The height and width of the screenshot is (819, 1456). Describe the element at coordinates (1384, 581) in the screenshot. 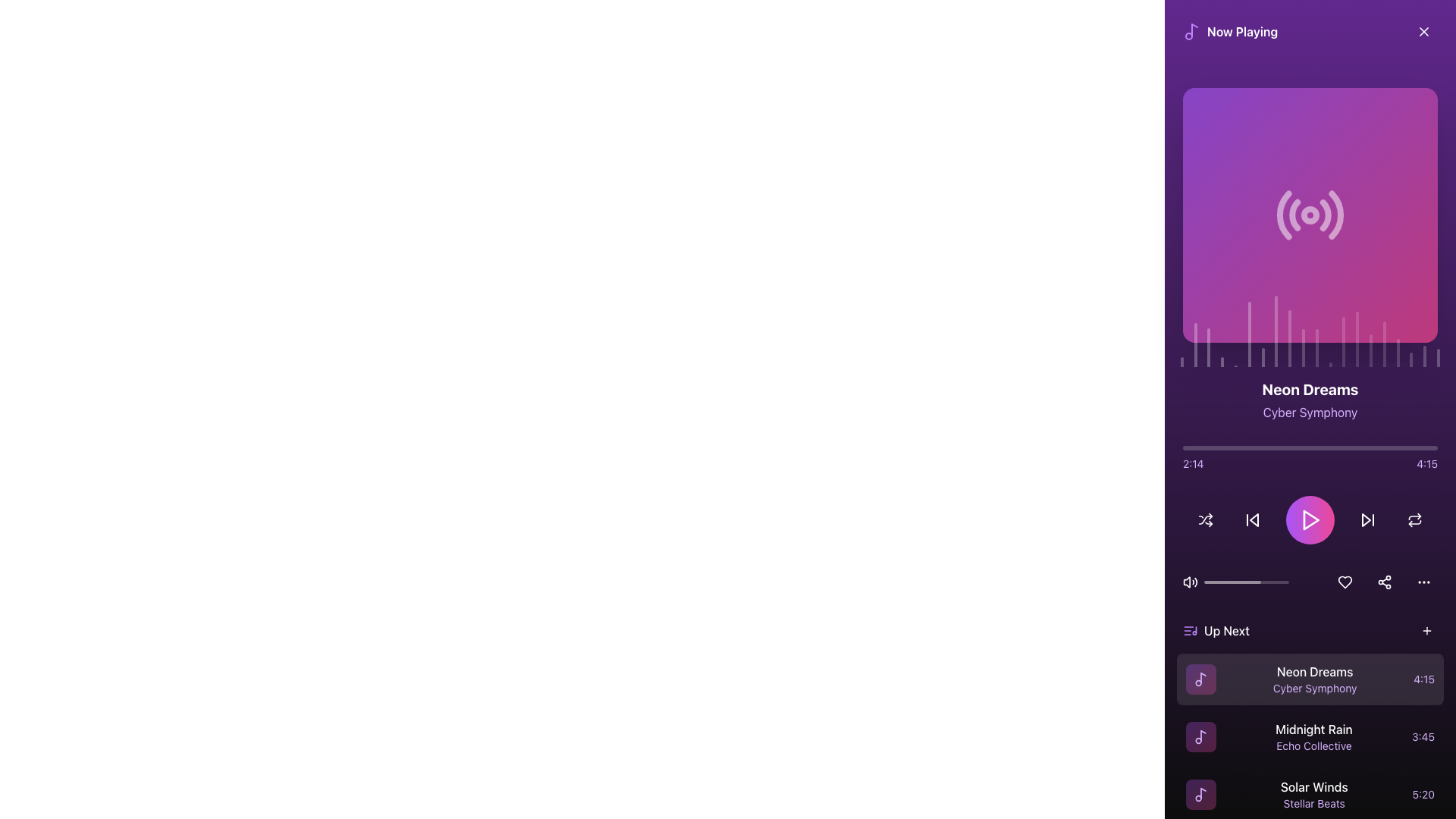

I see `the share button, which is the second icon from the left in a group of three, styled as a minimalist white outline share icon, located at the bottom-right section of the 'Now Playing' panel` at that location.